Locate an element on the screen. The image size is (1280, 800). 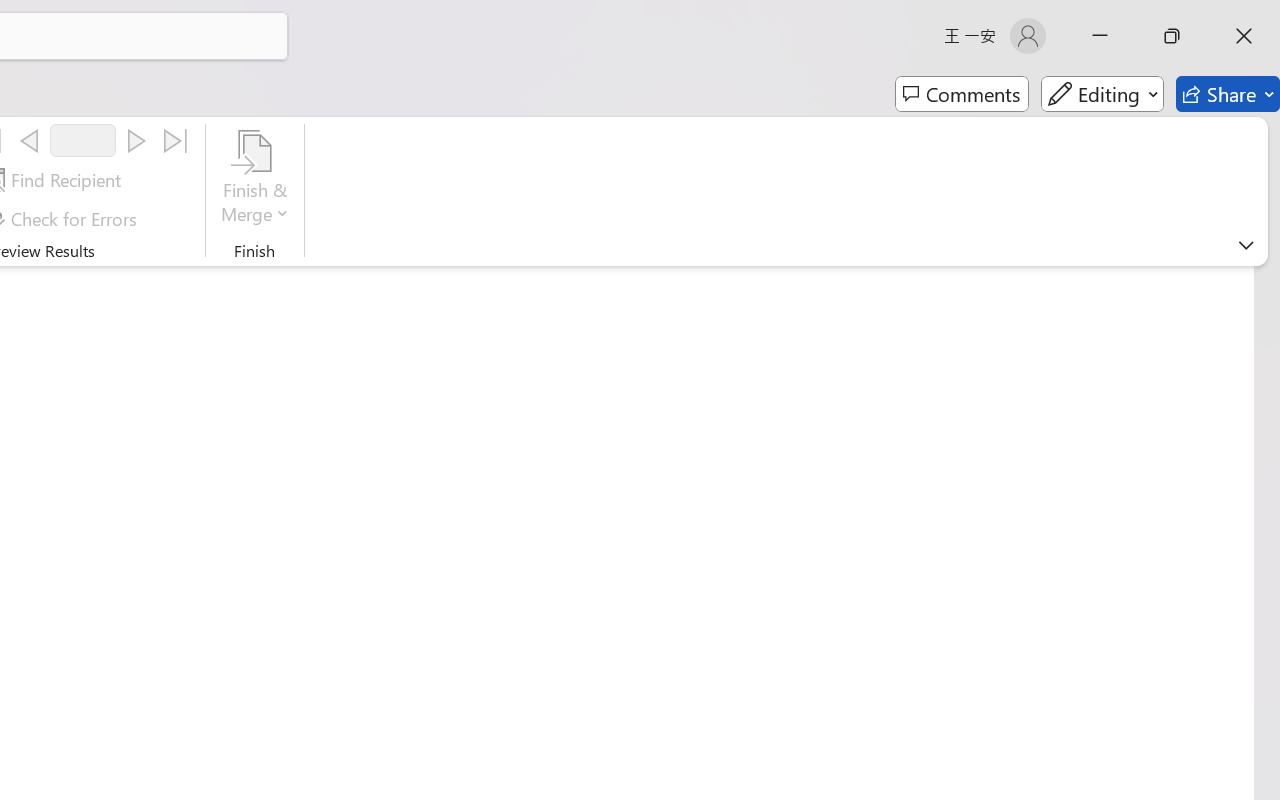
'Restore Down' is located at coordinates (1172, 35).